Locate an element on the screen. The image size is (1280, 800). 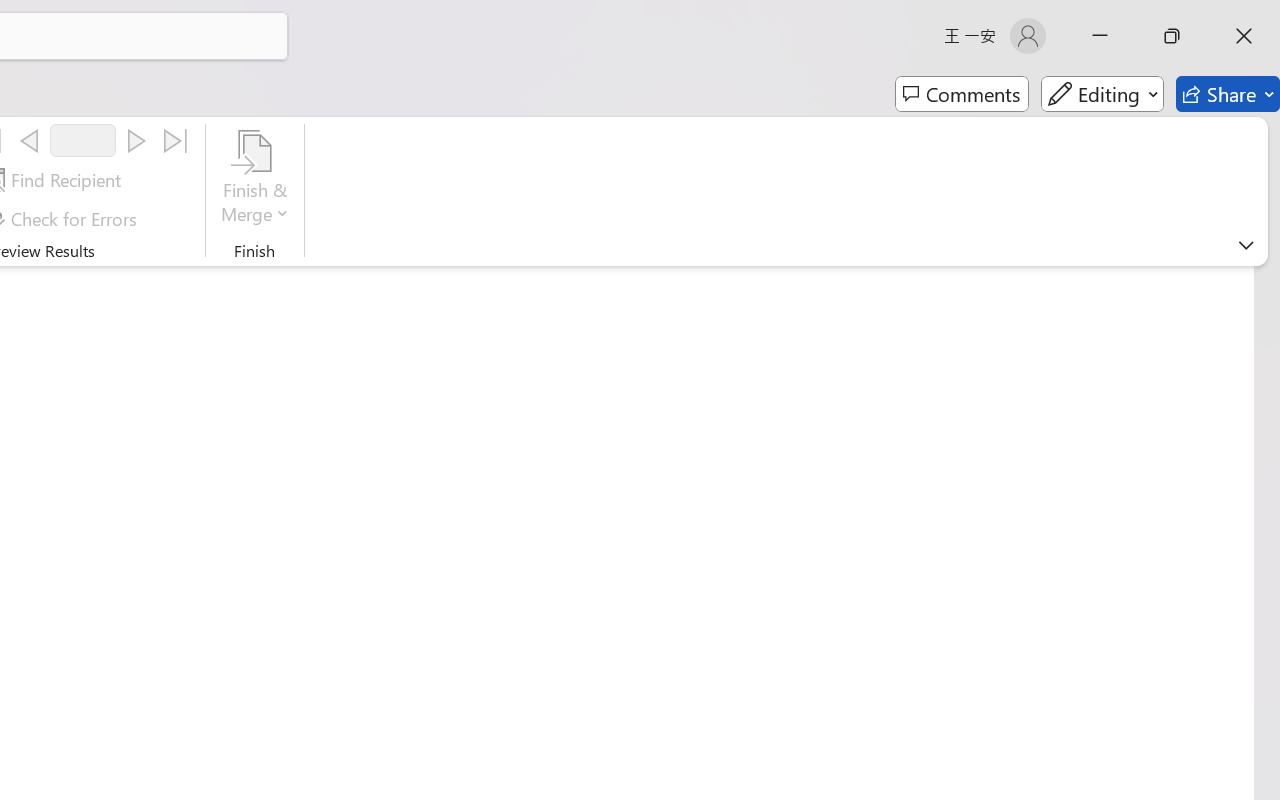
'Restore Down' is located at coordinates (1172, 35).